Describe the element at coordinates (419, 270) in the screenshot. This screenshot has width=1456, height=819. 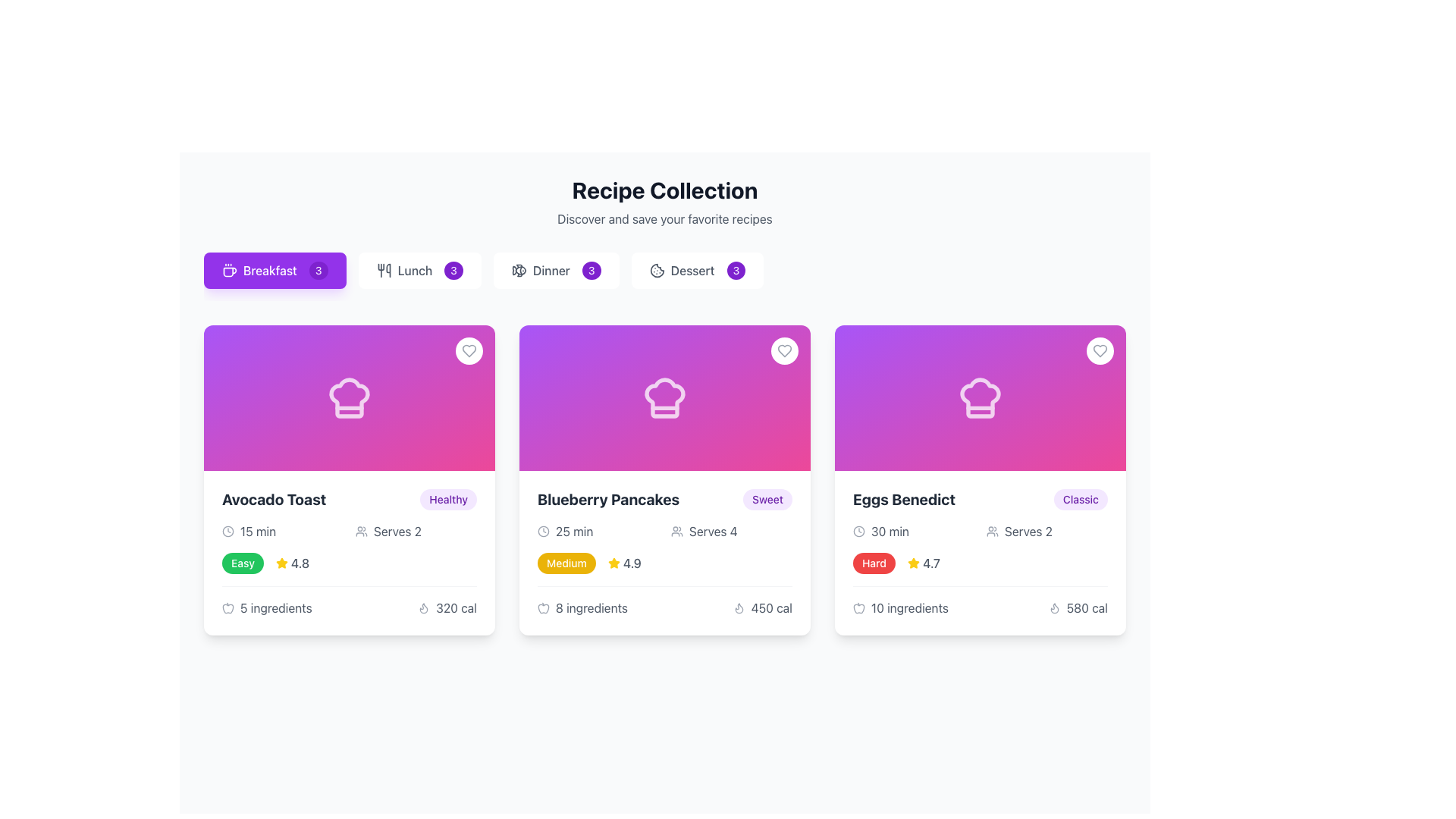
I see `the 'Lunch' button, which has an icon of utensils on the left and a purple badge with the number '3' on the right, located beneath the 'Recipe Collection' header` at that location.